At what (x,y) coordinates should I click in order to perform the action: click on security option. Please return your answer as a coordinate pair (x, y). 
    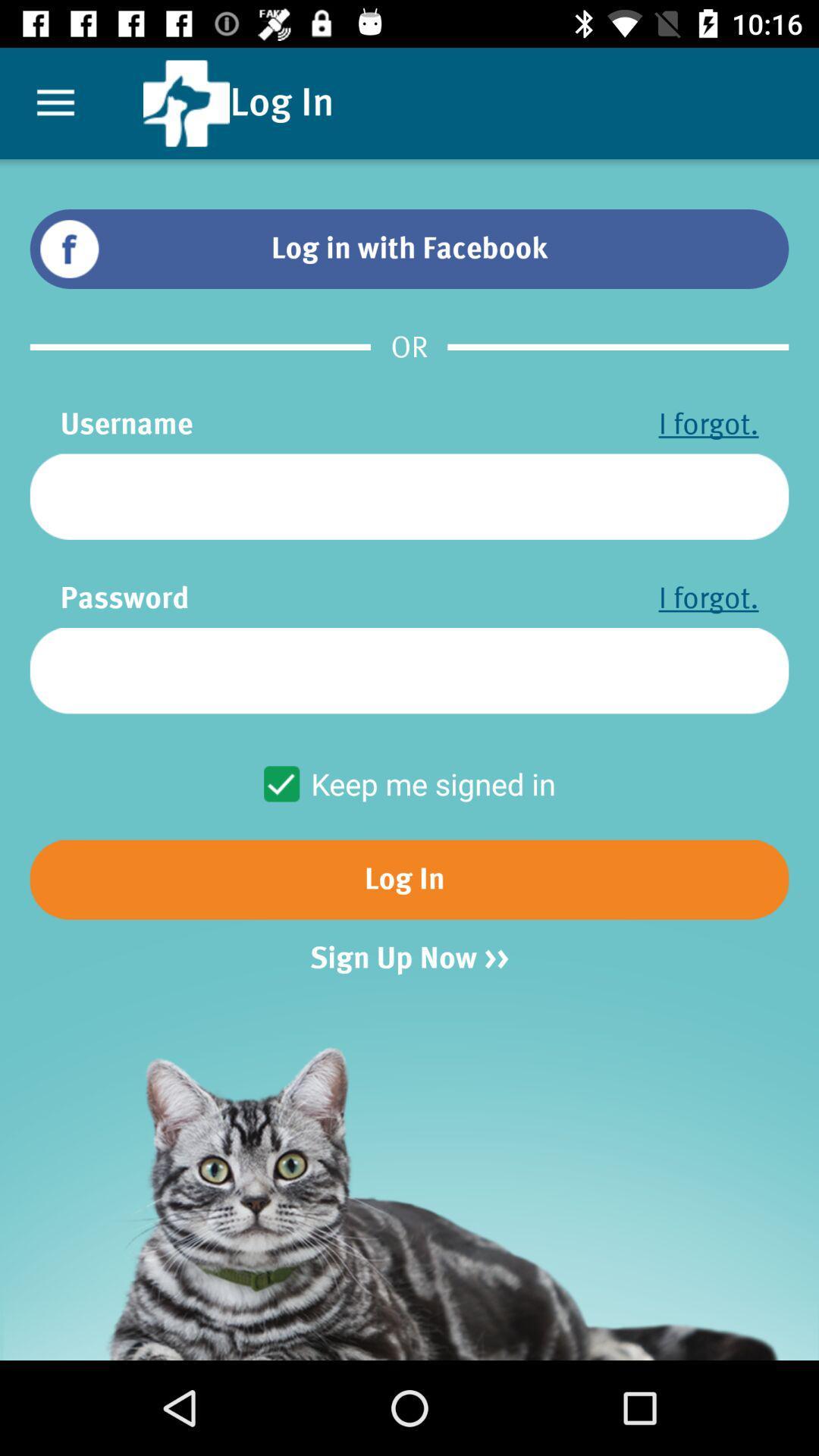
    Looking at the image, I should click on (409, 670).